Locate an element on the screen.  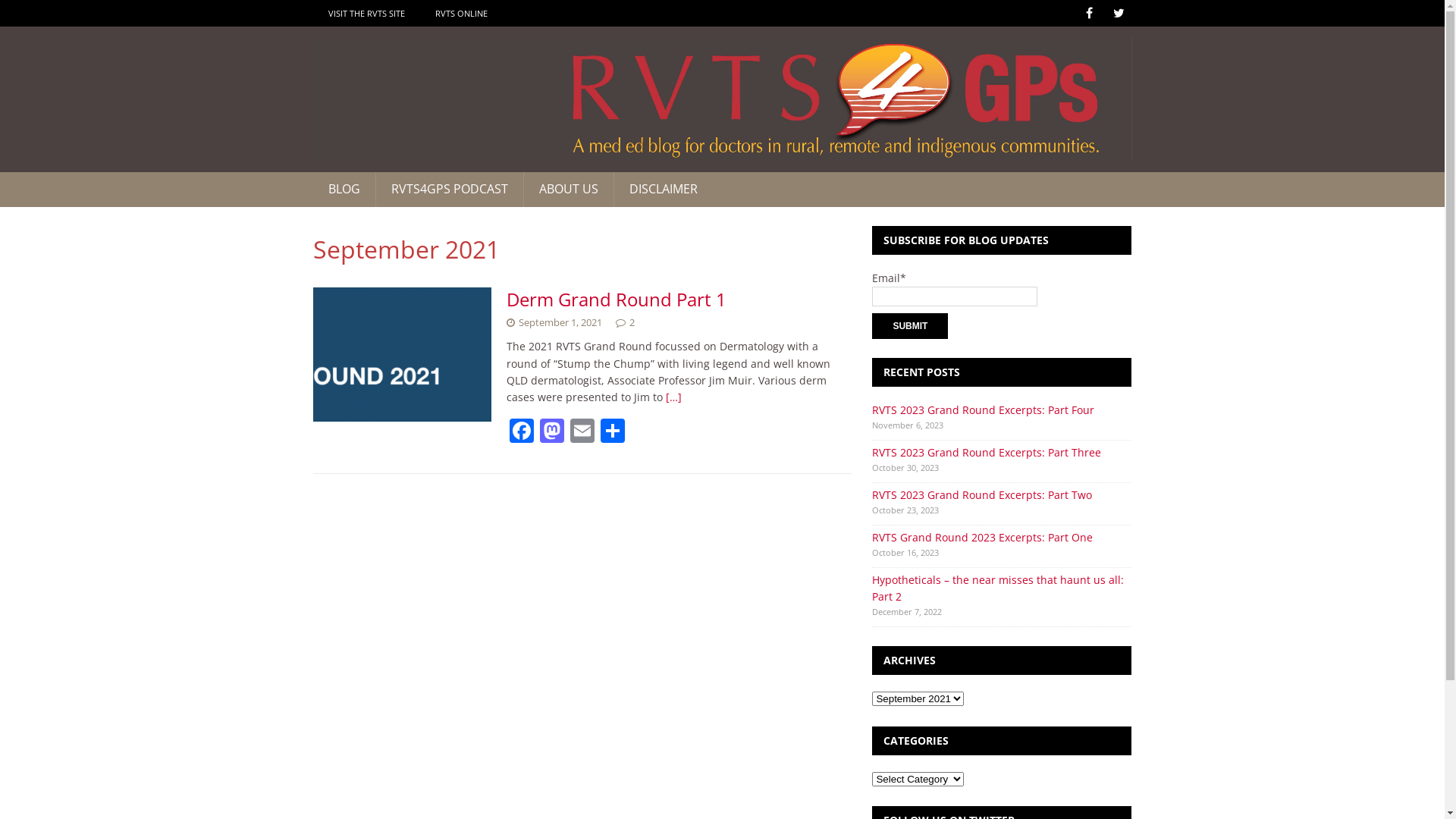
'RVTS 2023 Grand Round Excerpts: Part Three' is located at coordinates (986, 451).